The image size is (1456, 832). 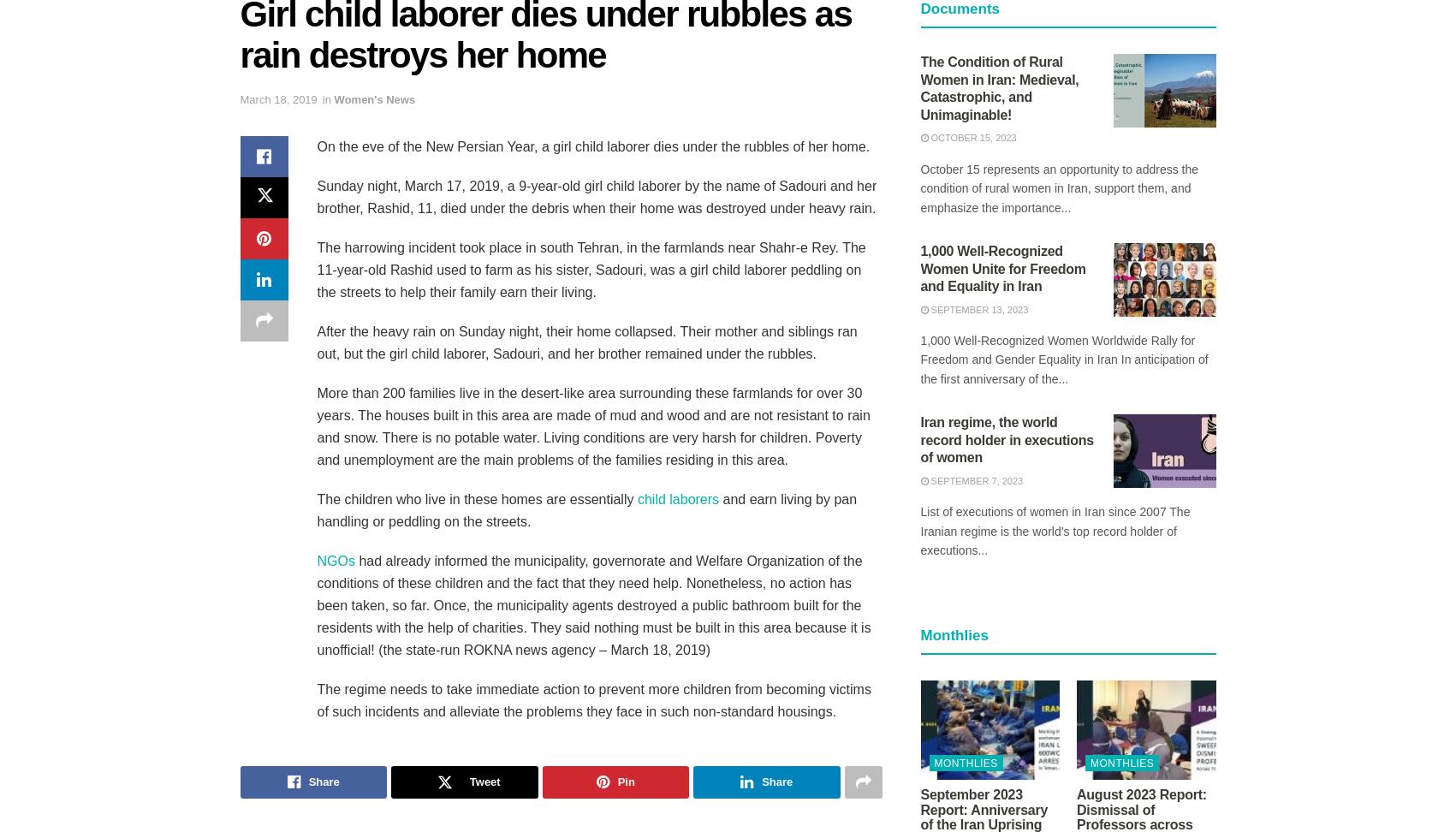 What do you see at coordinates (920, 187) in the screenshot?
I see `'October 15 represents an opportunity to address the condition of rural women in Iran, support them, and emphasize the importance...'` at bounding box center [920, 187].